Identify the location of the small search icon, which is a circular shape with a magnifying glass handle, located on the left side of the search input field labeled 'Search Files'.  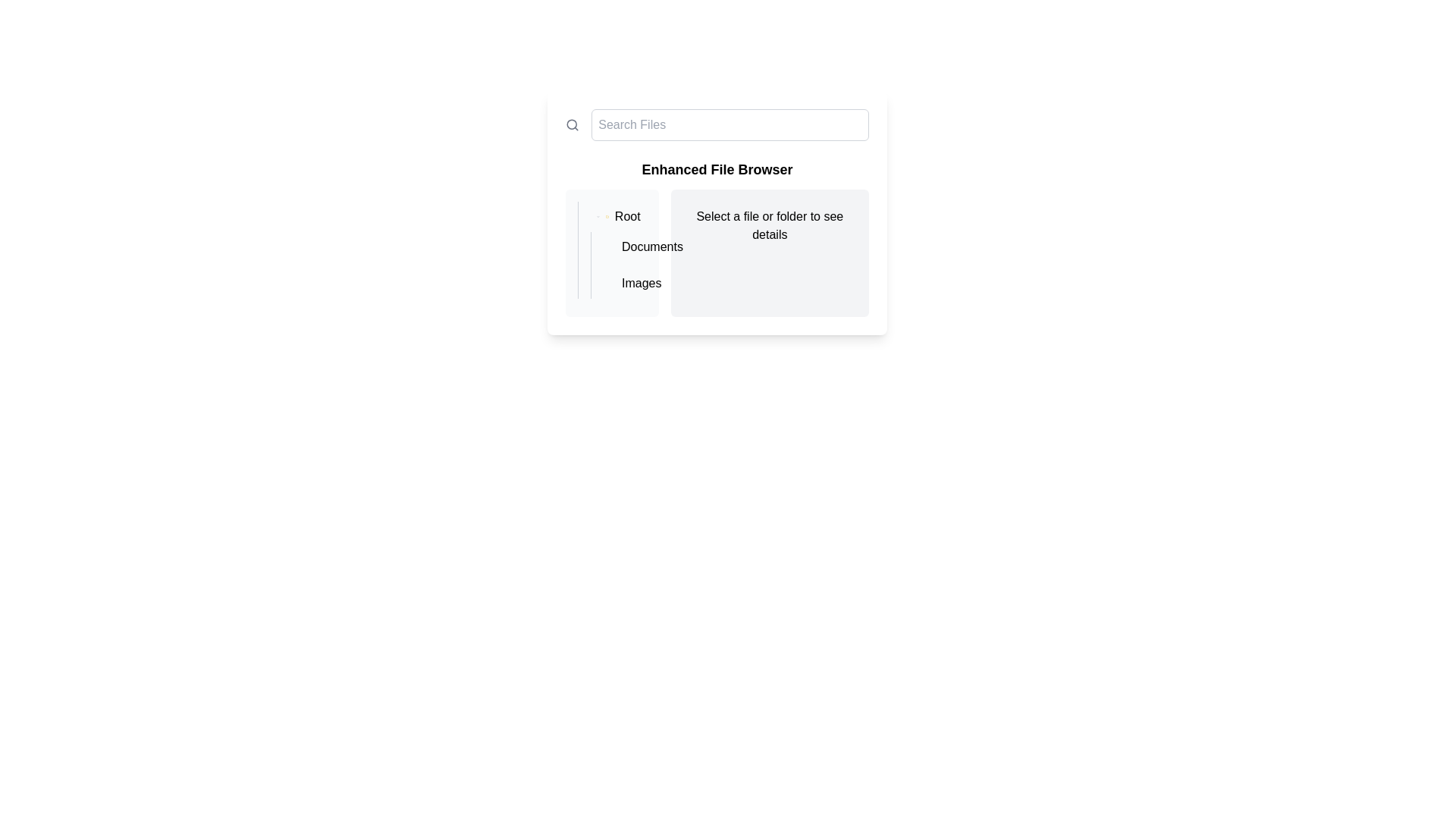
(572, 124).